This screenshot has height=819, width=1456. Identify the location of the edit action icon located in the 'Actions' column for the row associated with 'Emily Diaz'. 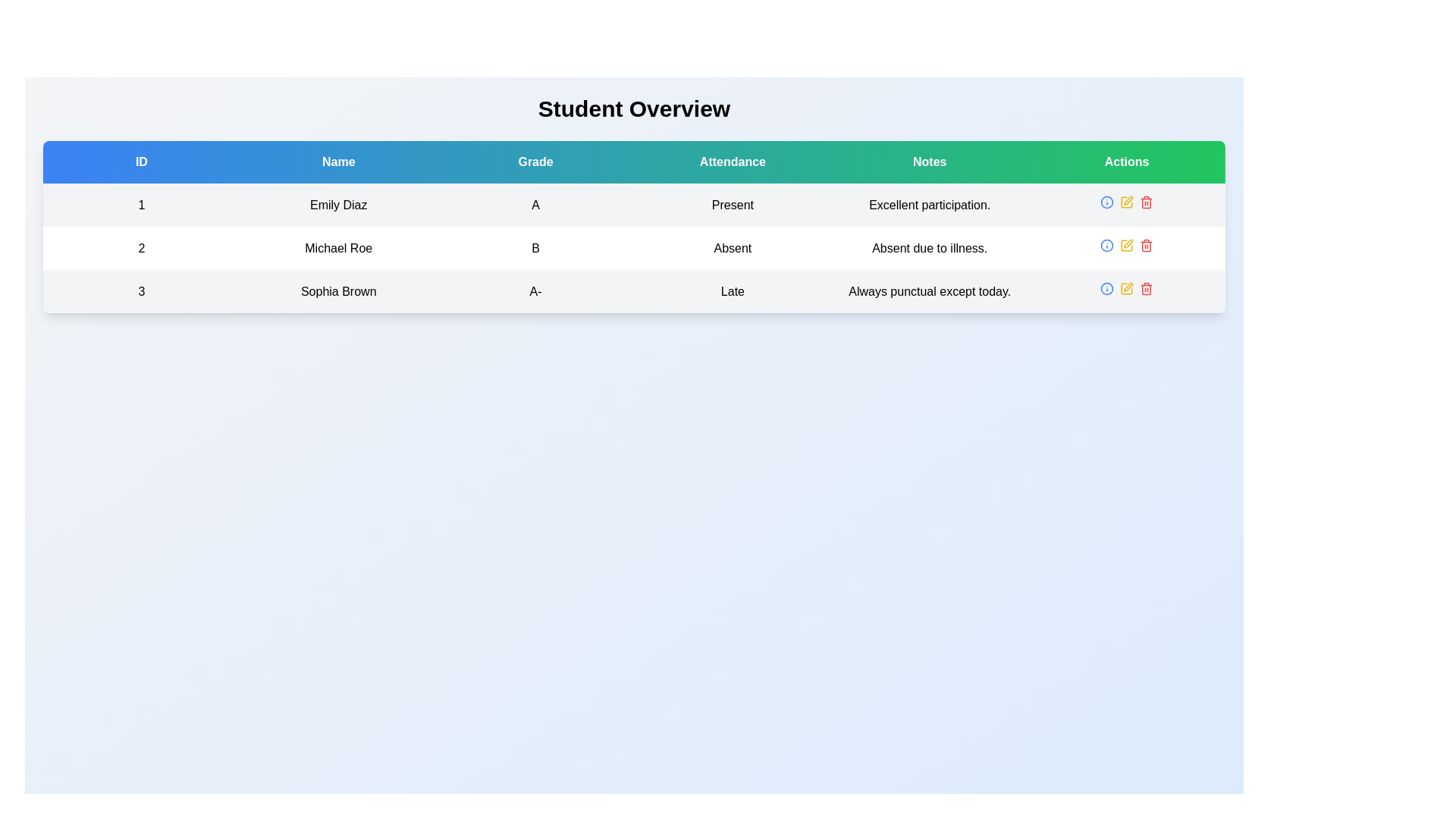
(1127, 201).